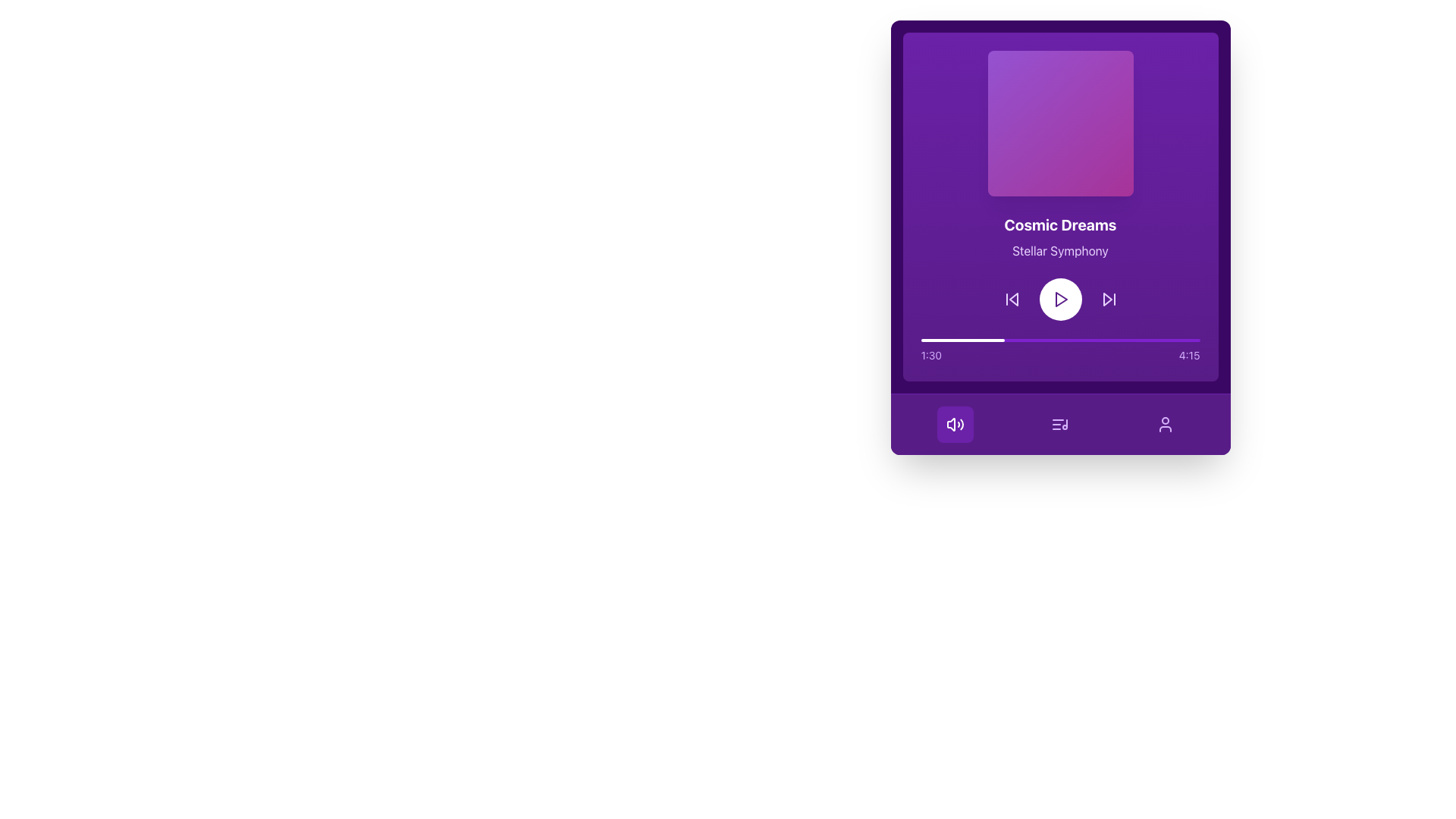 Image resolution: width=1456 pixels, height=819 pixels. Describe the element at coordinates (1059, 225) in the screenshot. I see `the text label reading 'Cosmic Dreams' which is a bold, large white font on a purple background, located in the music player card interface` at that location.